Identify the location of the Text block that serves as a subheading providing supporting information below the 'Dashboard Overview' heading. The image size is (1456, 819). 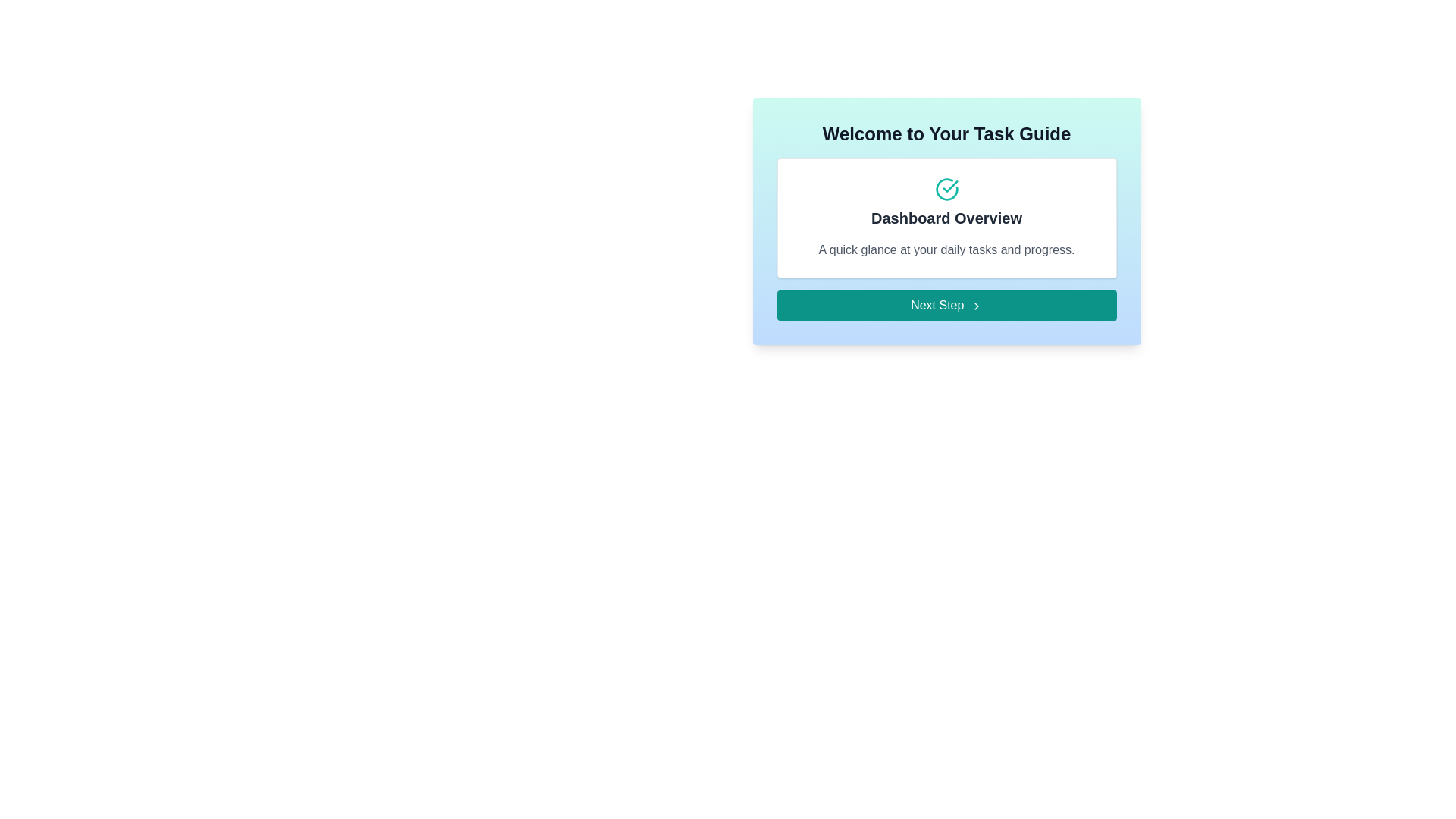
(946, 249).